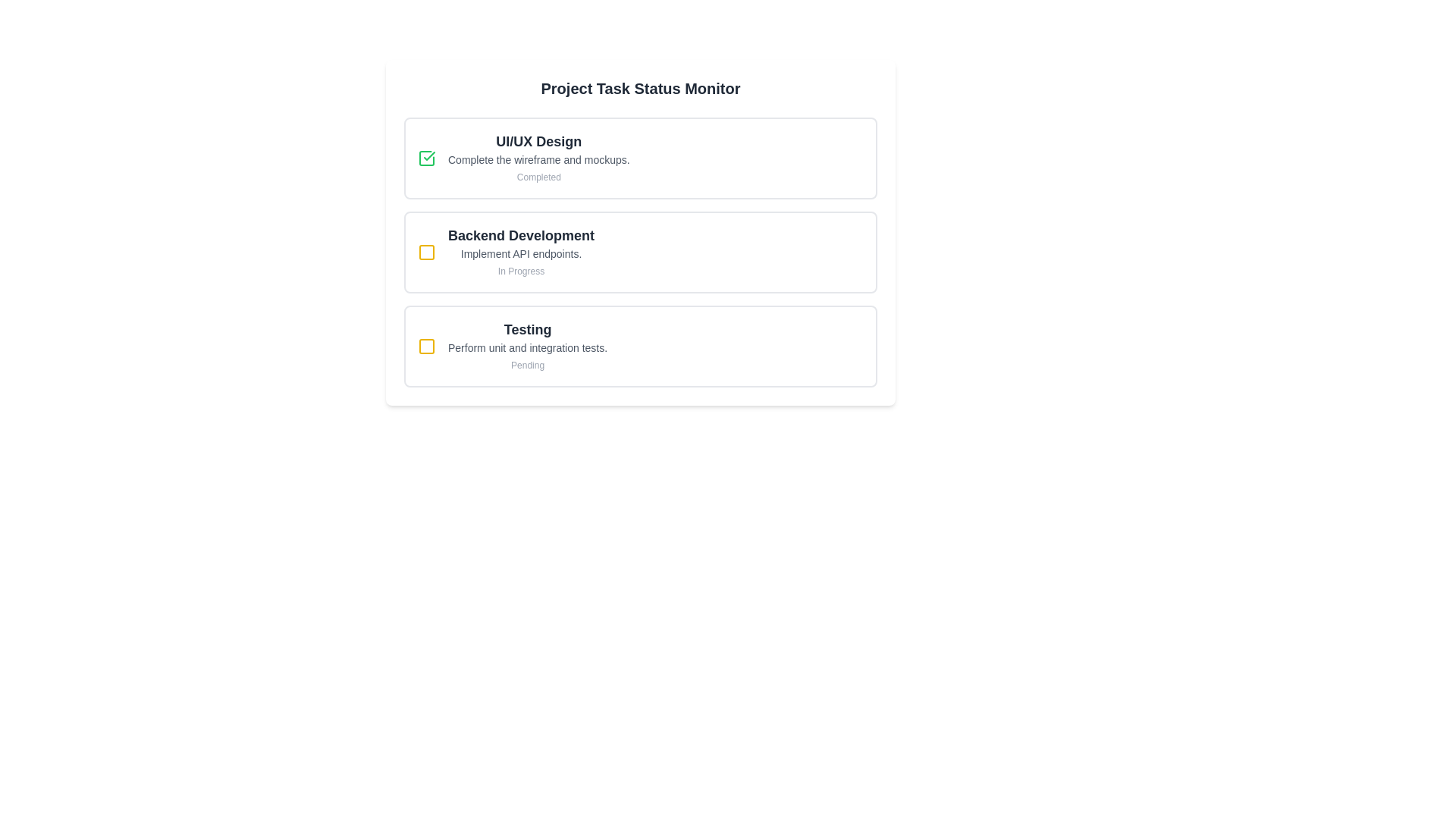 The height and width of the screenshot is (819, 1456). What do you see at coordinates (528, 366) in the screenshot?
I see `the static text label indicating the task status as 'Pending', which is located beneath the text 'Perform unit and integration tests.'` at bounding box center [528, 366].